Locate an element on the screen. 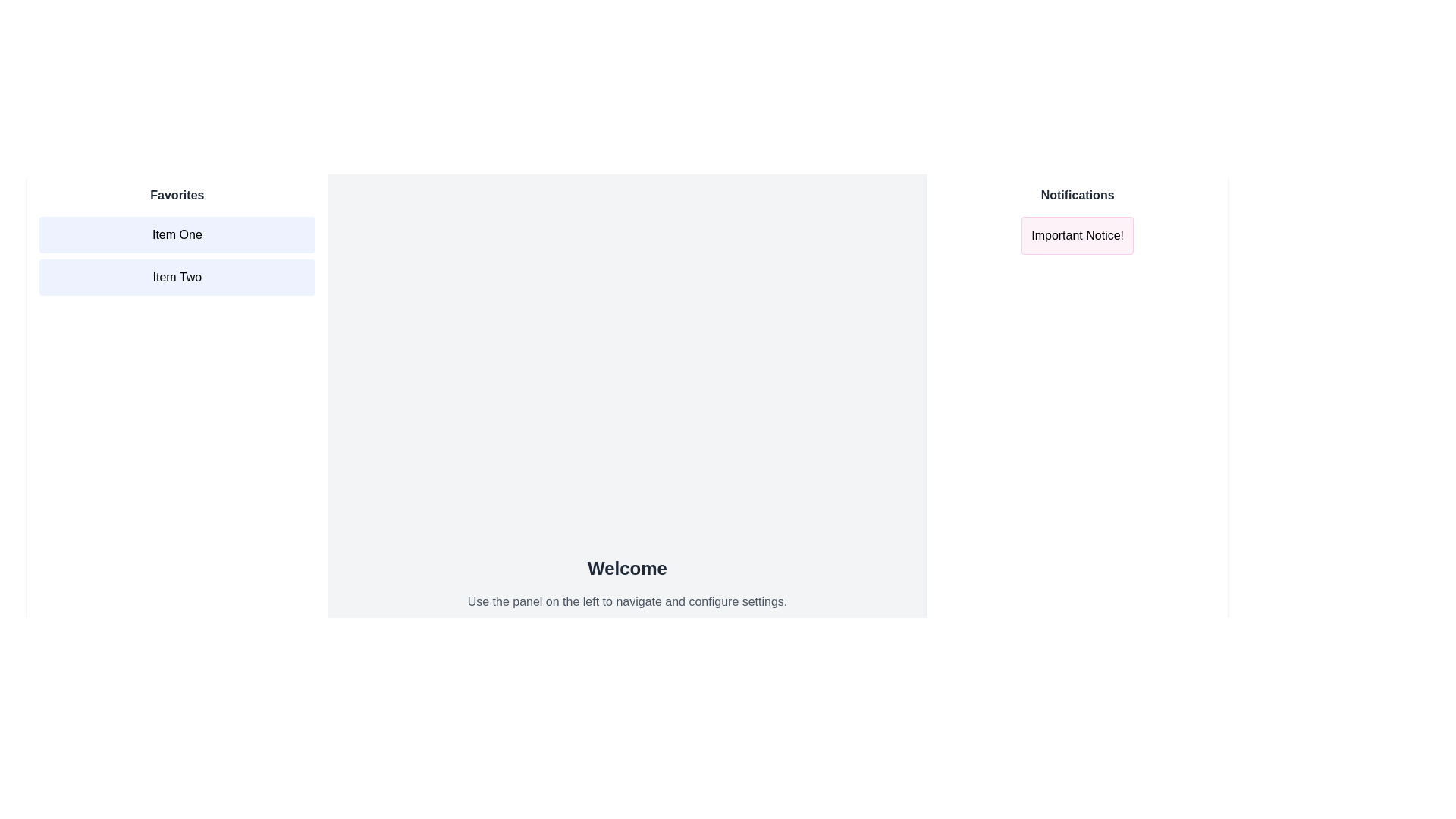 Image resolution: width=1456 pixels, height=819 pixels. the Notification Box that displays the message 'Important Notice!' located in the white sidebar on the right side of the interface, directly below the 'Notifications' text element is located at coordinates (1077, 236).